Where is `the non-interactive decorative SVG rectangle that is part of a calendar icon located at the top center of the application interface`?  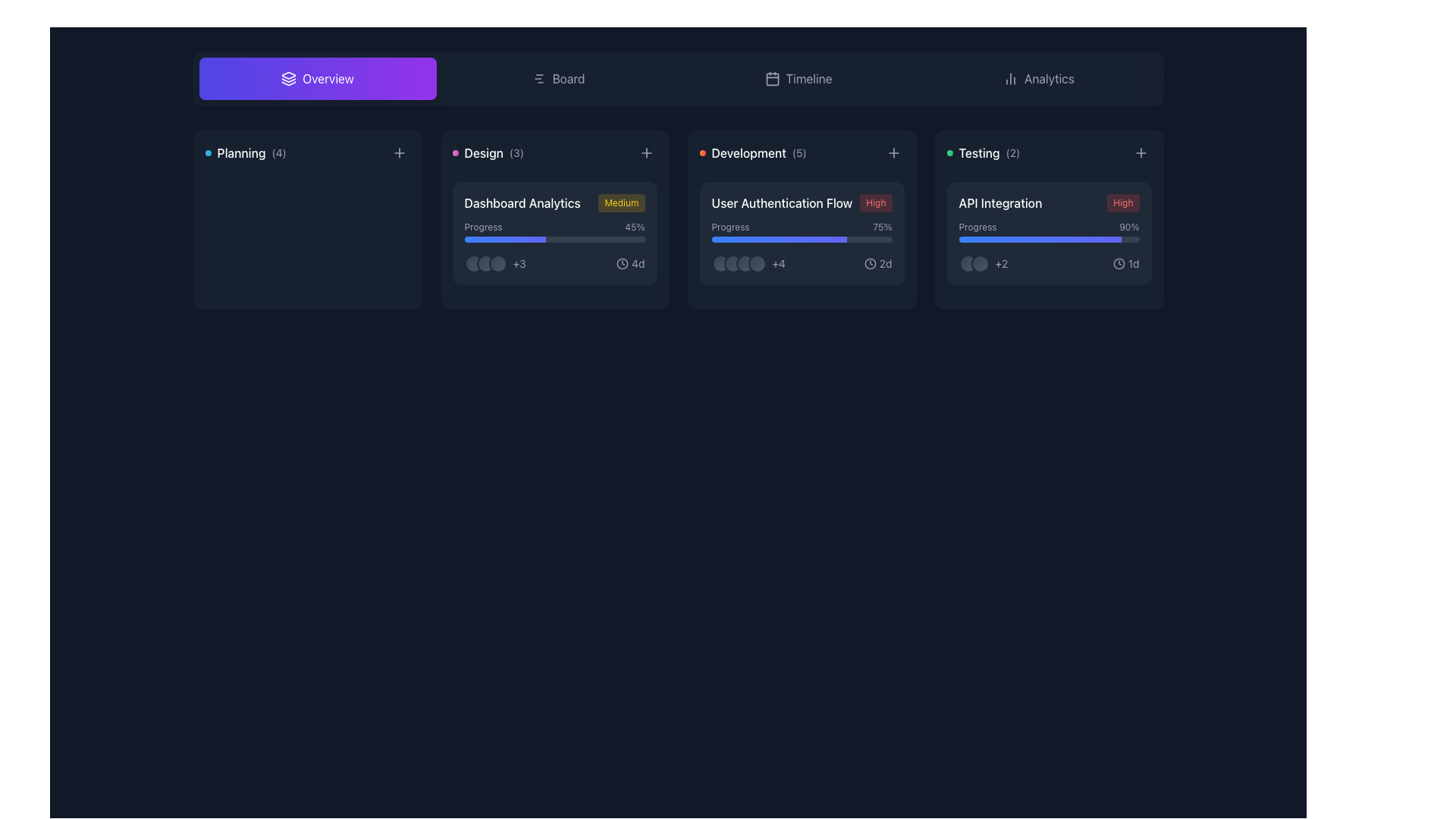
the non-interactive decorative SVG rectangle that is part of a calendar icon located at the top center of the application interface is located at coordinates (772, 79).